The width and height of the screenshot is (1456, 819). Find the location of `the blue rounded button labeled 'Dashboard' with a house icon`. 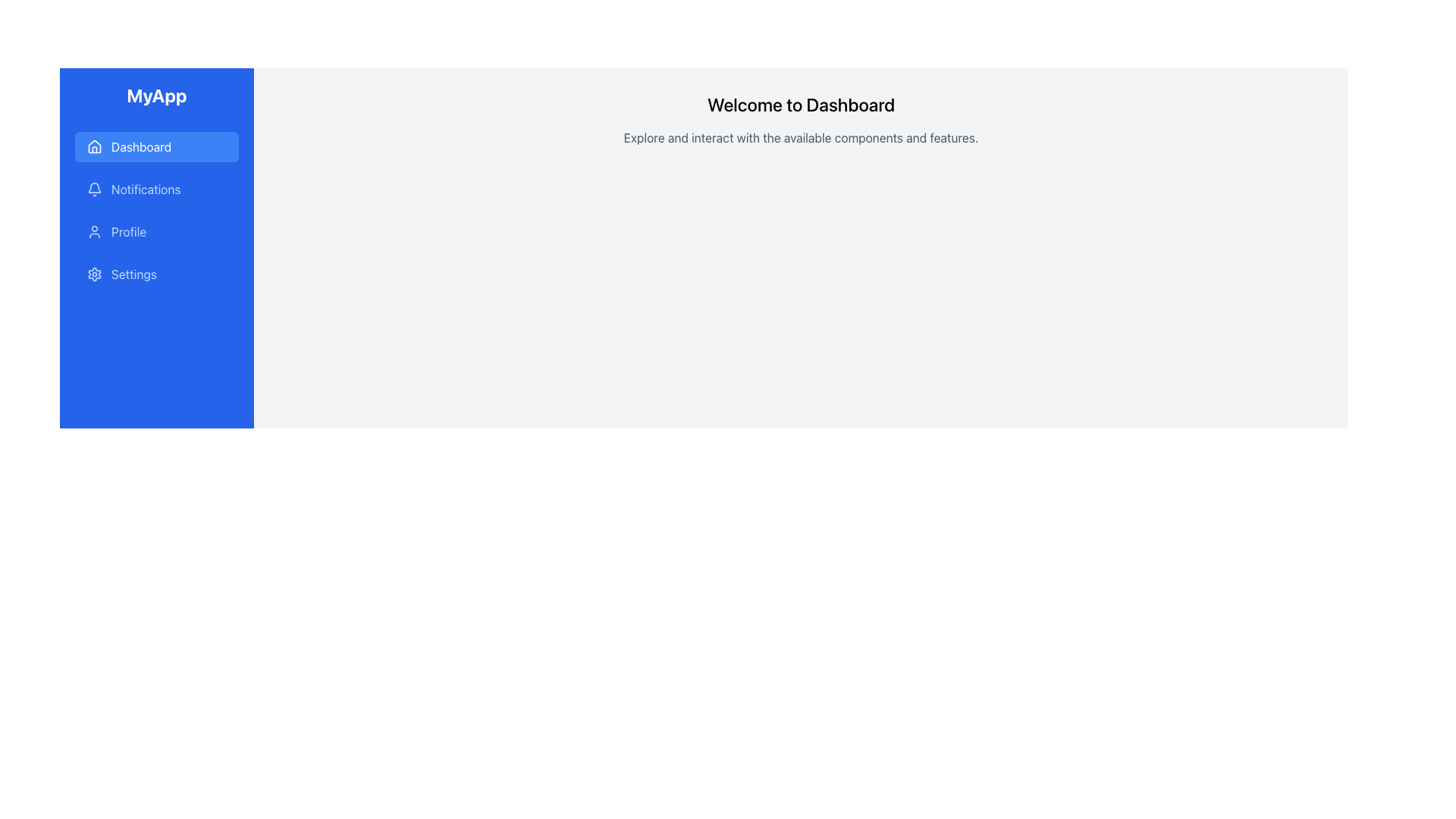

the blue rounded button labeled 'Dashboard' with a house icon is located at coordinates (156, 146).